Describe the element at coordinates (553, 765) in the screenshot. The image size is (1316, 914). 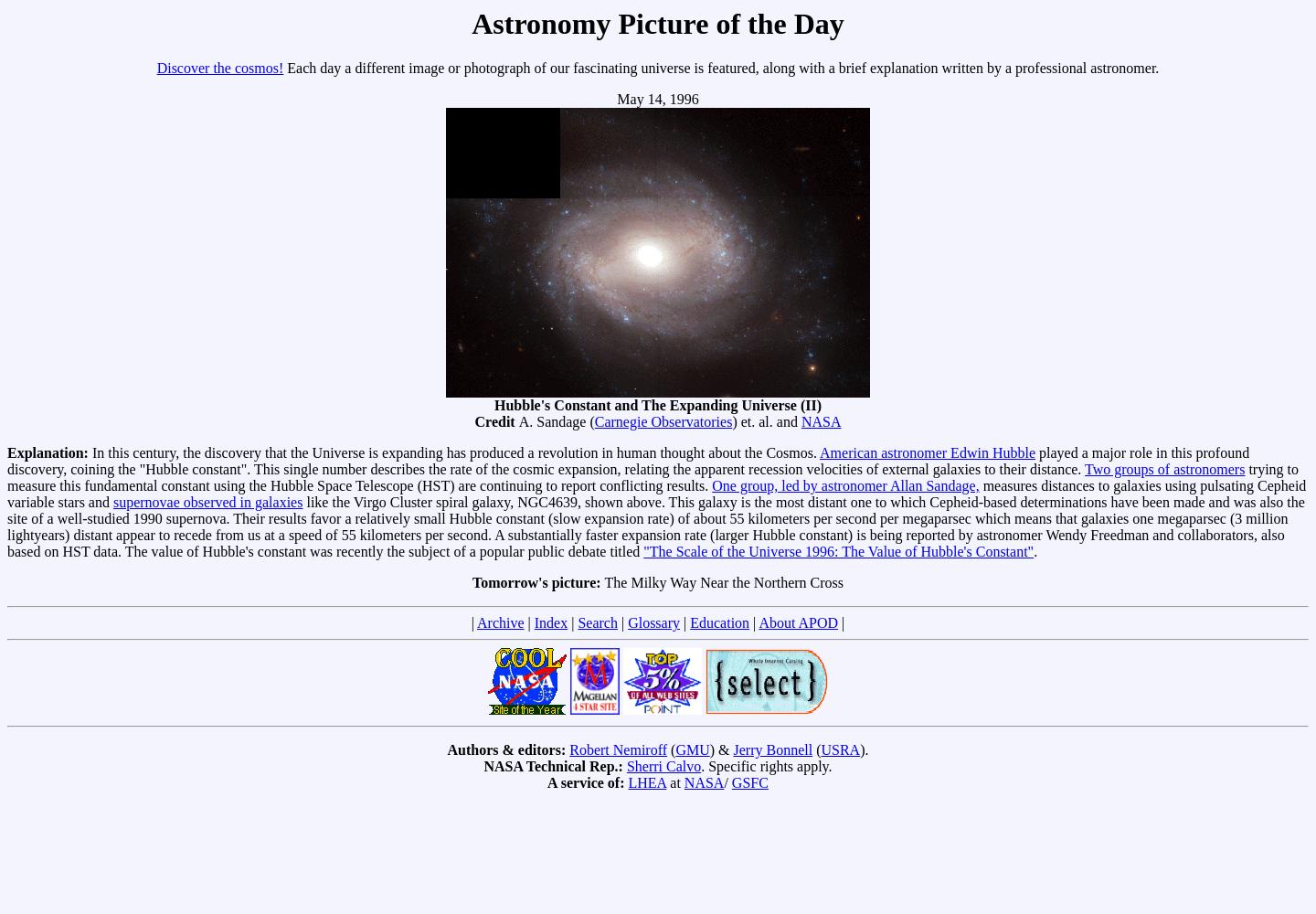
I see `'NASA Technical Rep.:'` at that location.